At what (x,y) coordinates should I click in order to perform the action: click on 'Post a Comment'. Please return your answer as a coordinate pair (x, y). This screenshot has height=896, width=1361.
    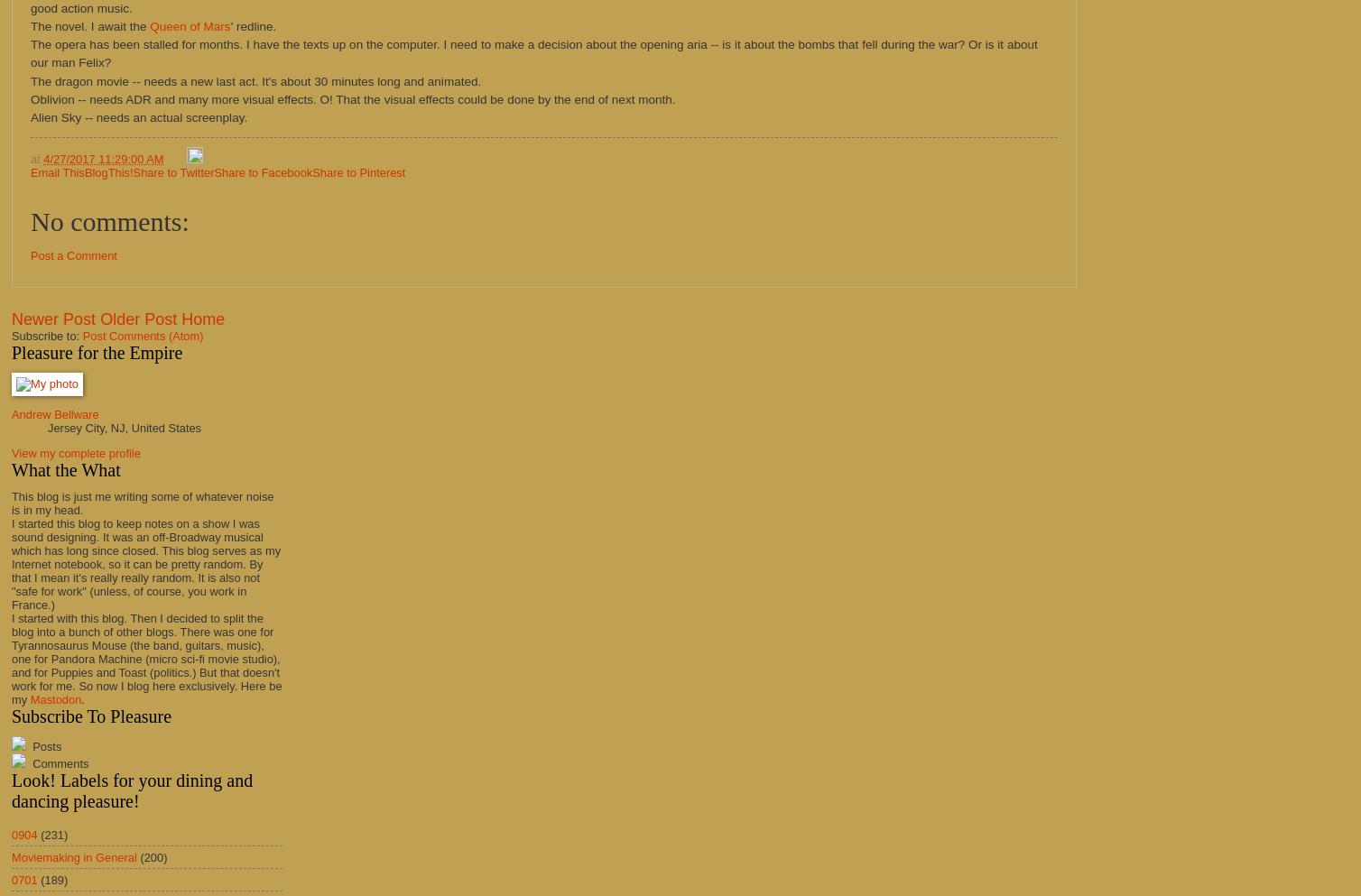
    Looking at the image, I should click on (73, 254).